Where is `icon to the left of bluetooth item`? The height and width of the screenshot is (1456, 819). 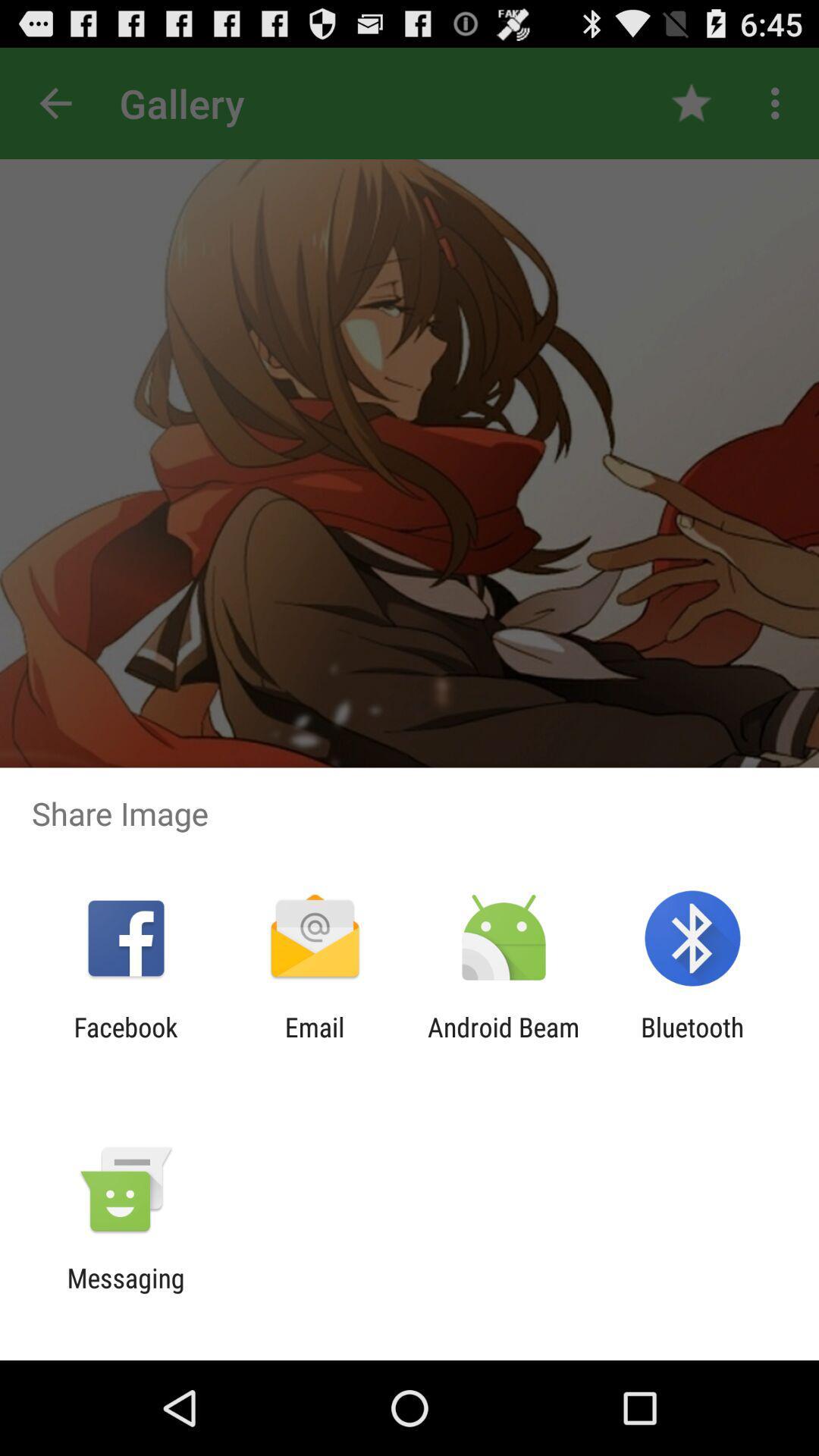
icon to the left of bluetooth item is located at coordinates (504, 1042).